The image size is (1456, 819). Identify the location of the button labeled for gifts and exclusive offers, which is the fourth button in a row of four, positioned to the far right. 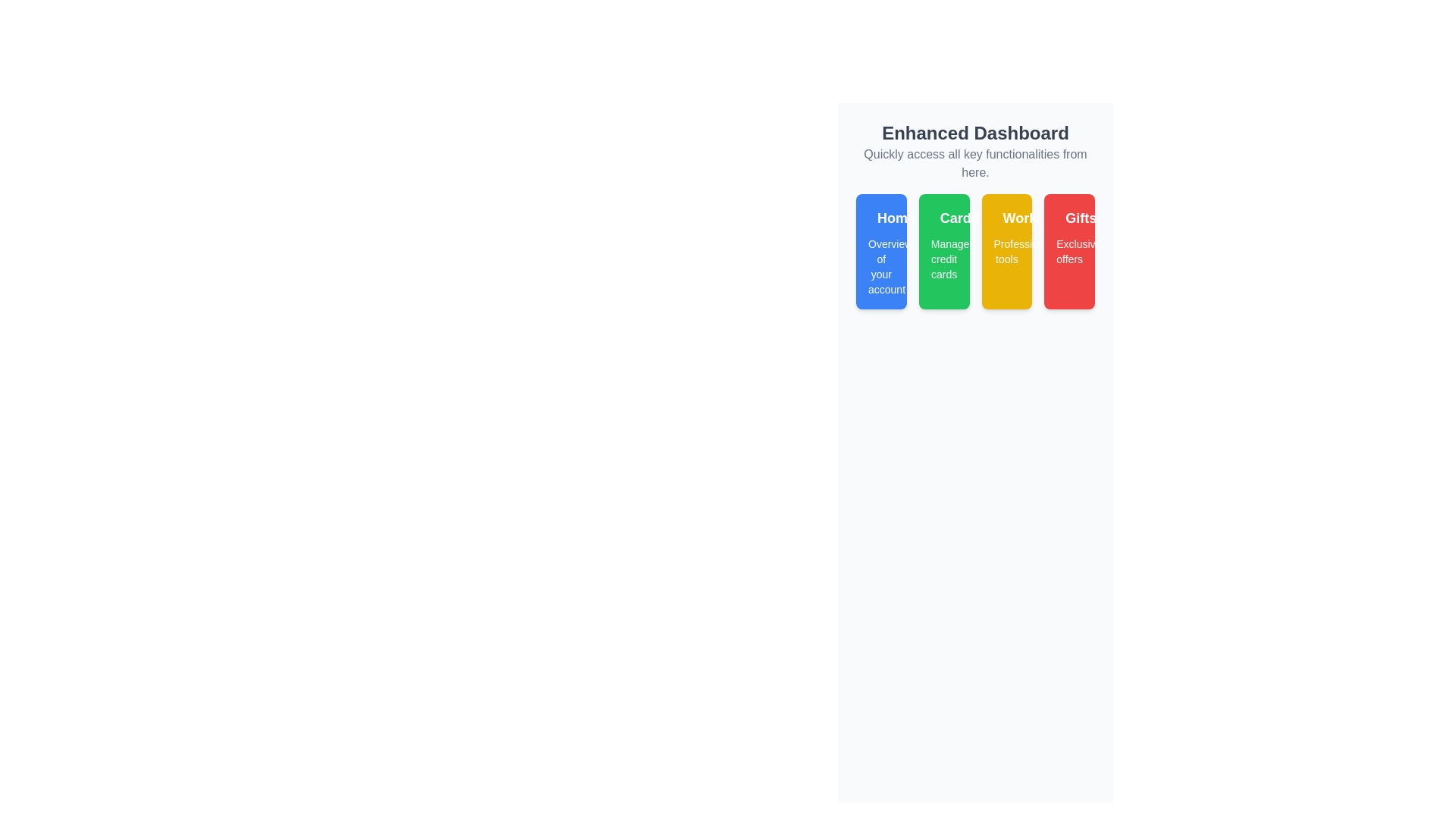
(1068, 250).